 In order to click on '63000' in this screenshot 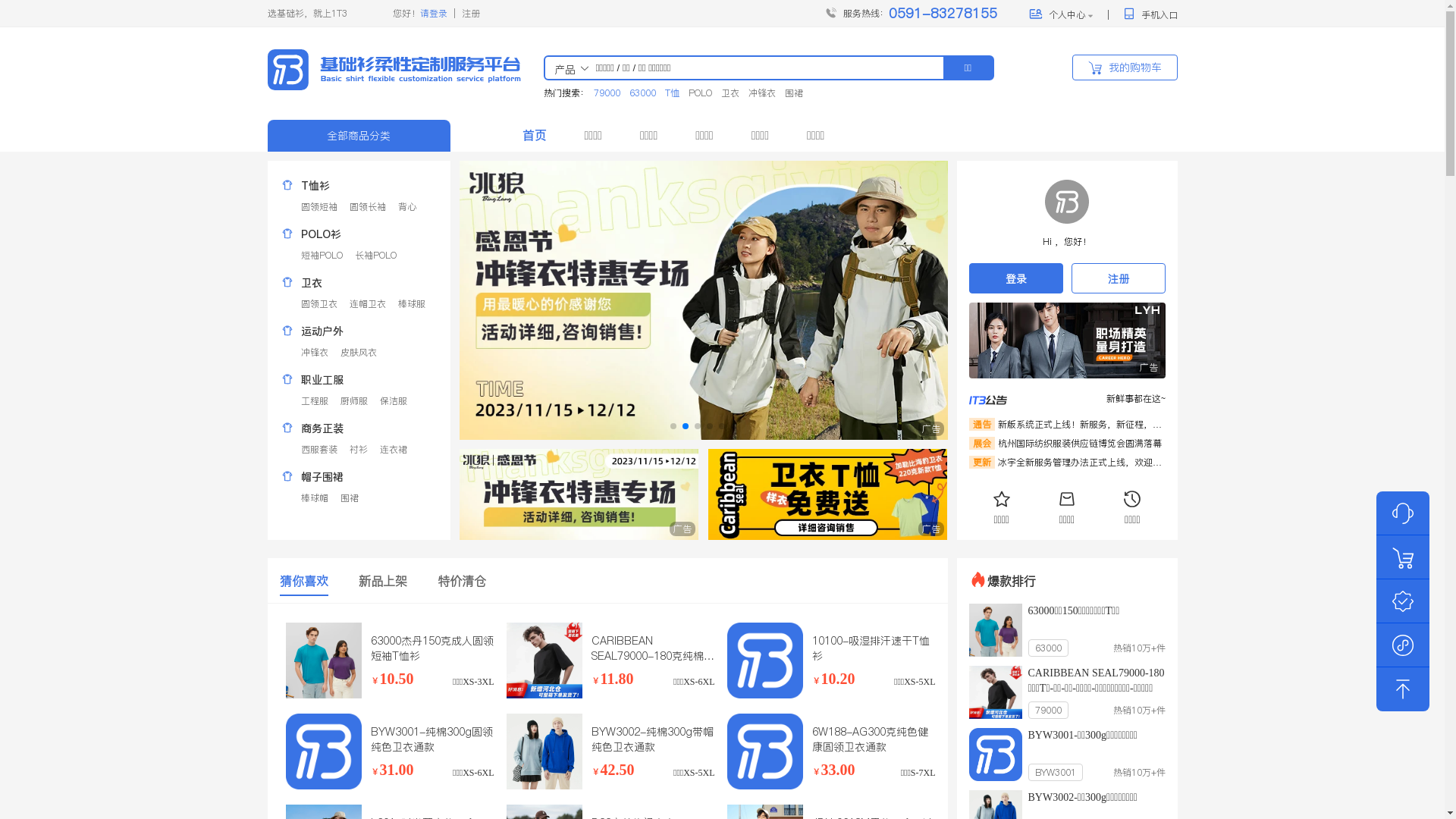, I will do `click(642, 93)`.